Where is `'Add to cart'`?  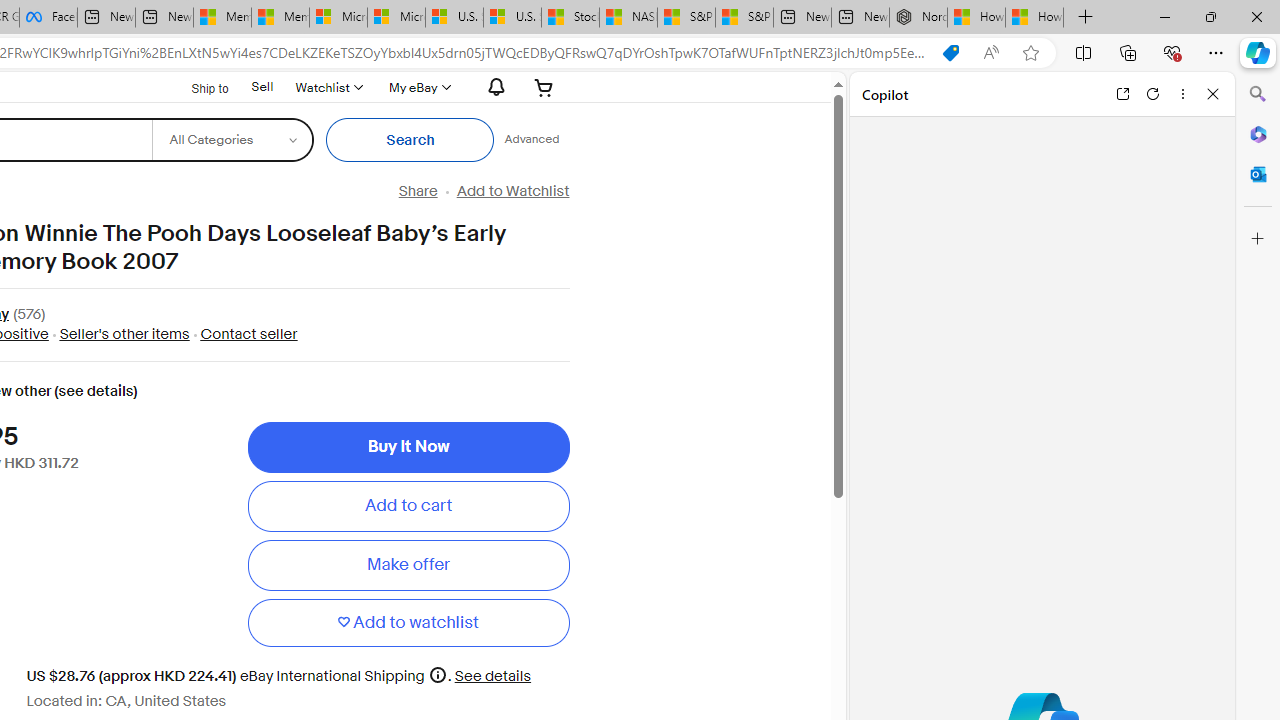 'Add to cart' is located at coordinates (407, 505).